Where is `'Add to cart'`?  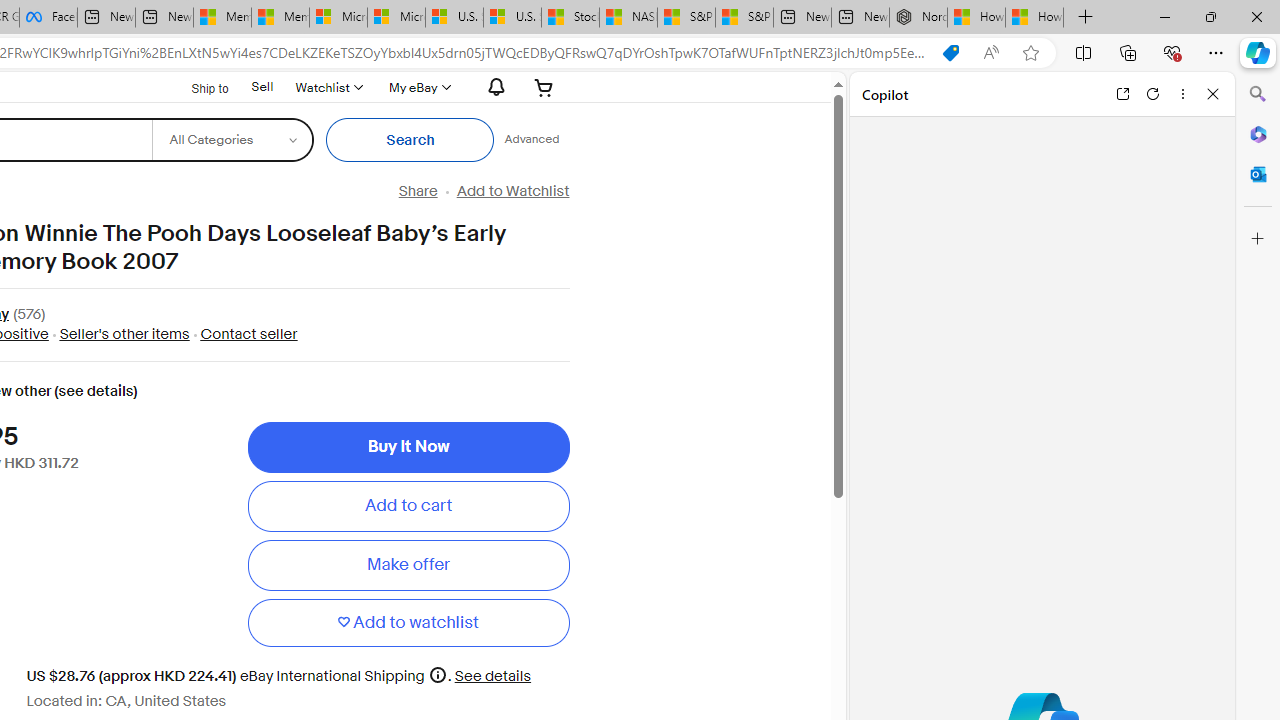 'Add to cart' is located at coordinates (407, 505).